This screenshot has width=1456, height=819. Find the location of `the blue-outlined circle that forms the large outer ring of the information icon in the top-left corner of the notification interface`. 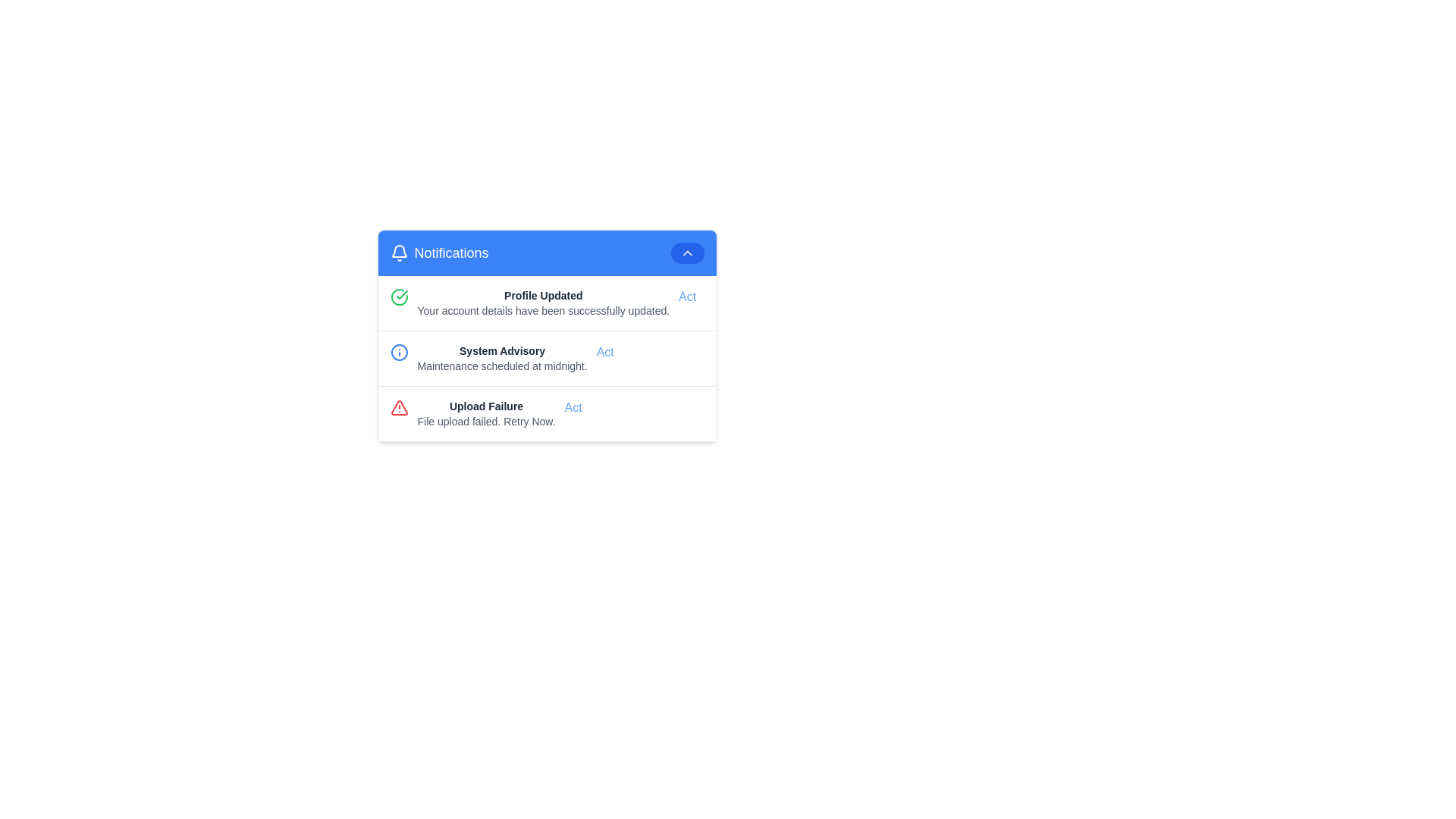

the blue-outlined circle that forms the large outer ring of the information icon in the top-left corner of the notification interface is located at coordinates (399, 353).